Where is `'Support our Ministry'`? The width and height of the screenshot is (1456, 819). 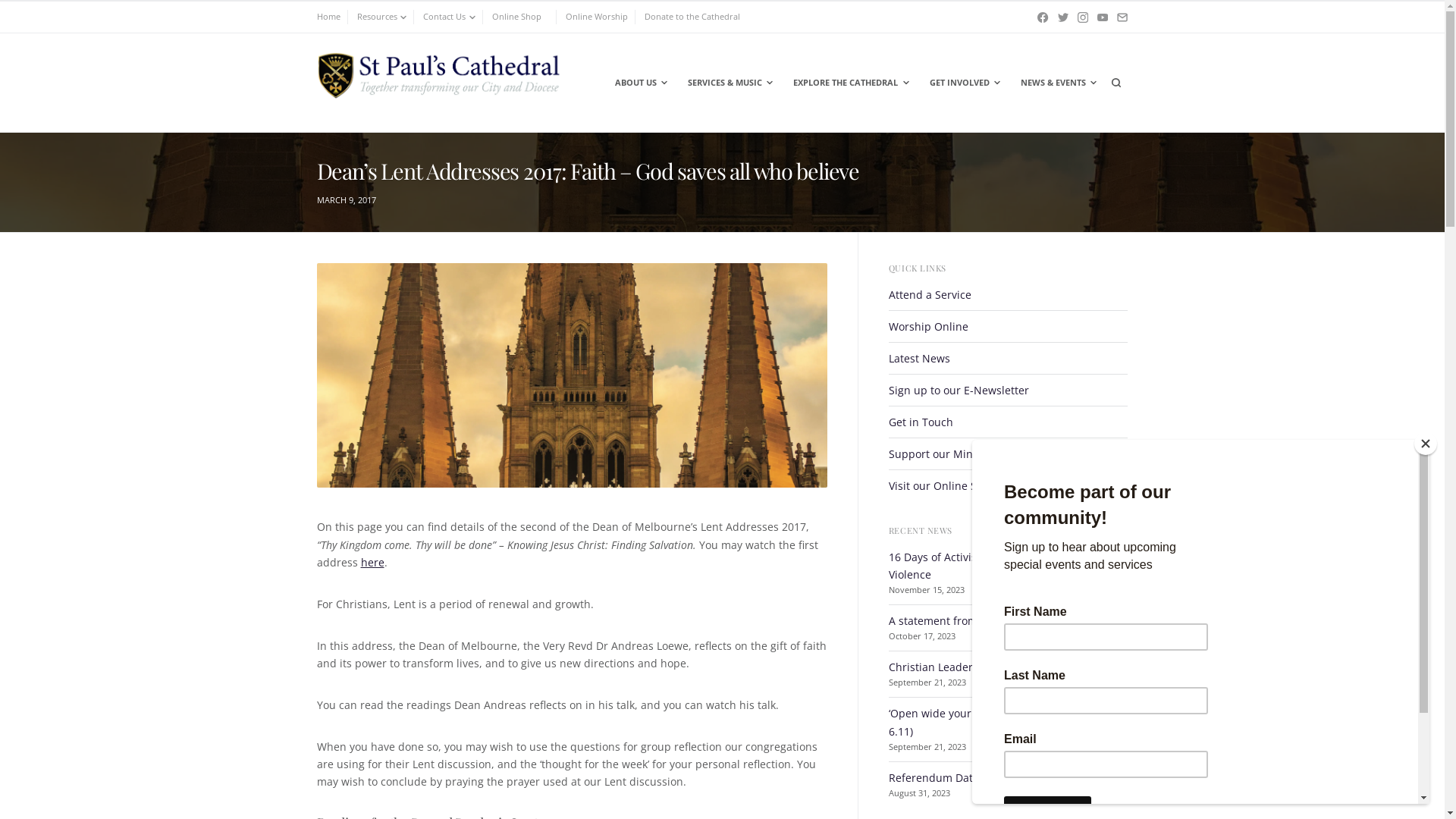
'Support our Ministry' is located at coordinates (941, 453).